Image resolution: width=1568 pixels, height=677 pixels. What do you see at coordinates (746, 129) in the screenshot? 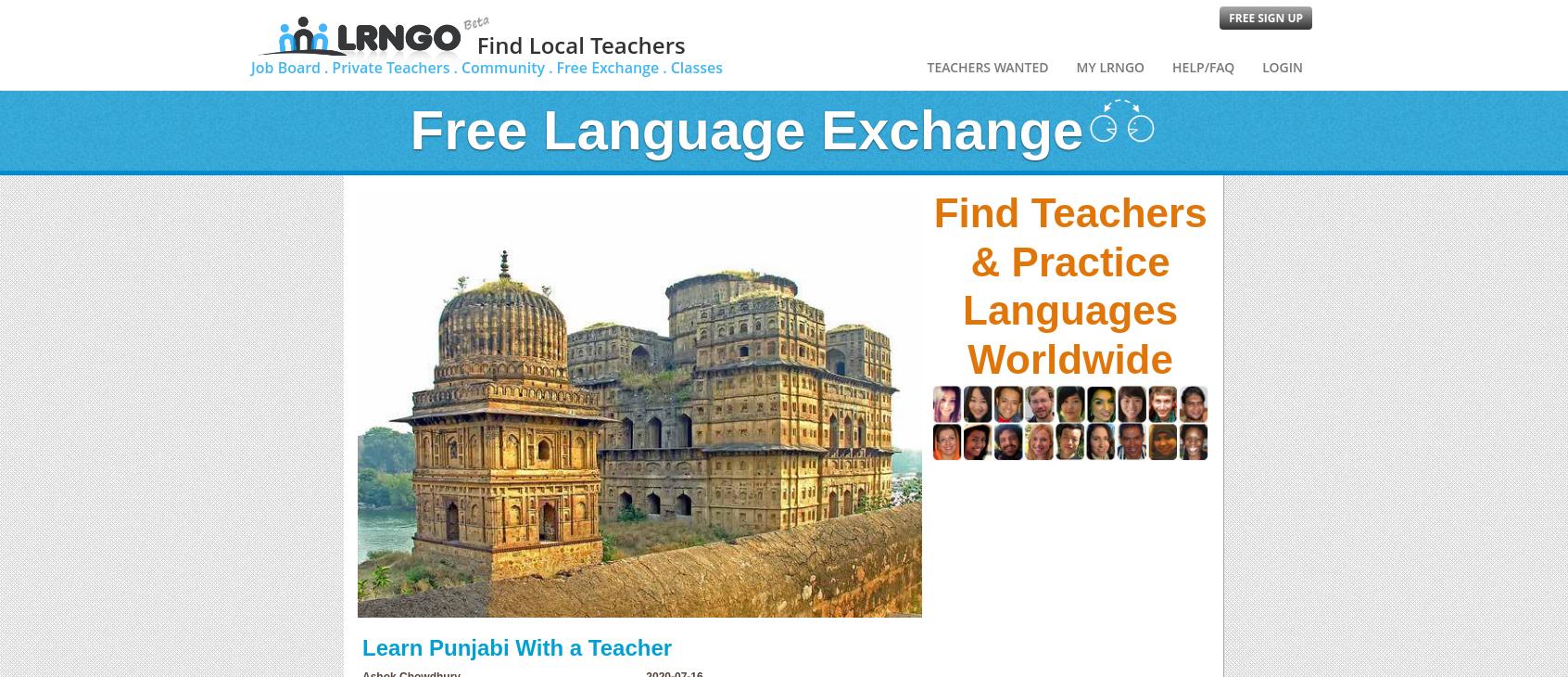
I see `'Free Language Exchange'` at bounding box center [746, 129].